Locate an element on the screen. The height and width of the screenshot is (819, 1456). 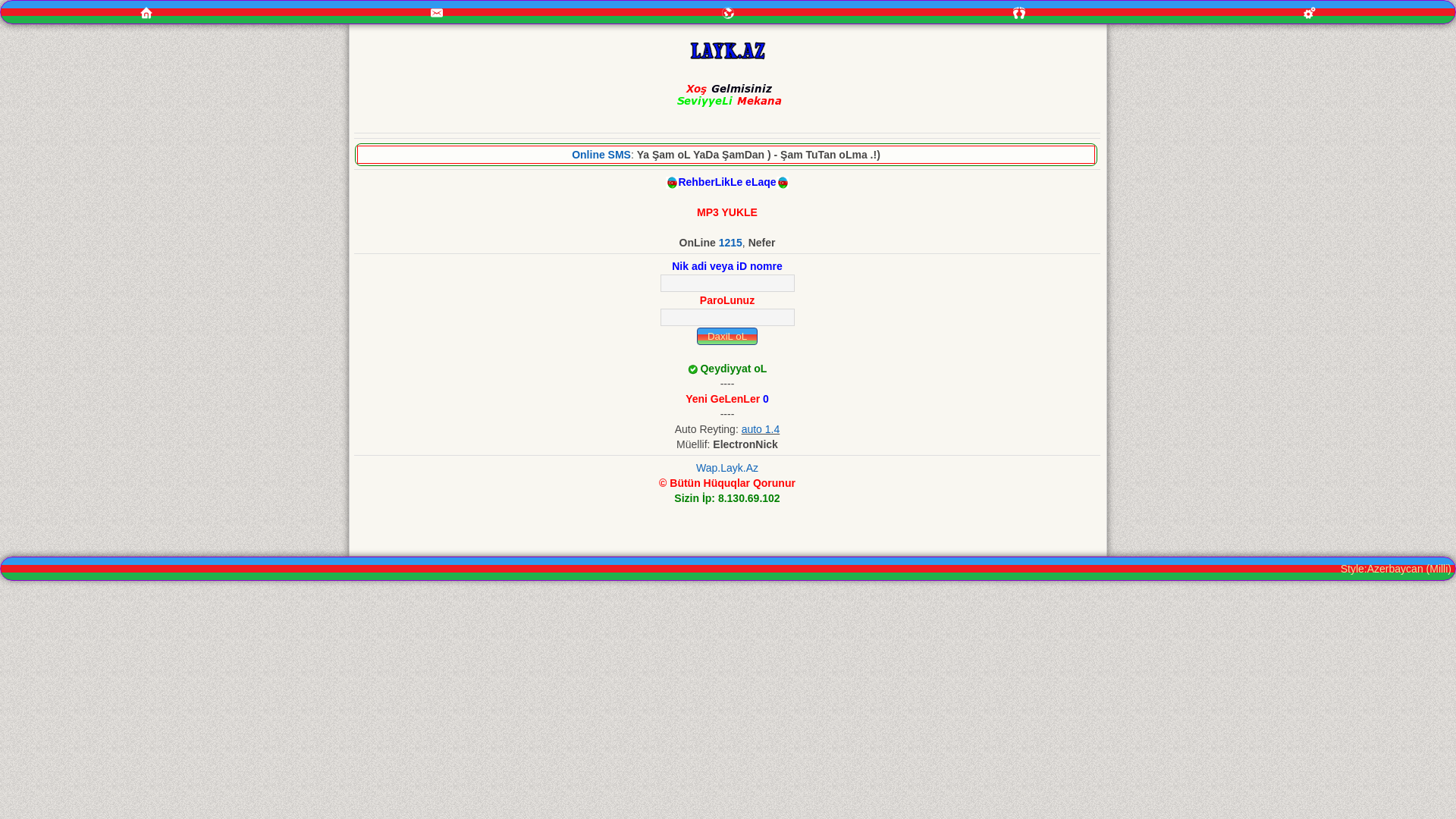
'nick' is located at coordinates (726, 283).